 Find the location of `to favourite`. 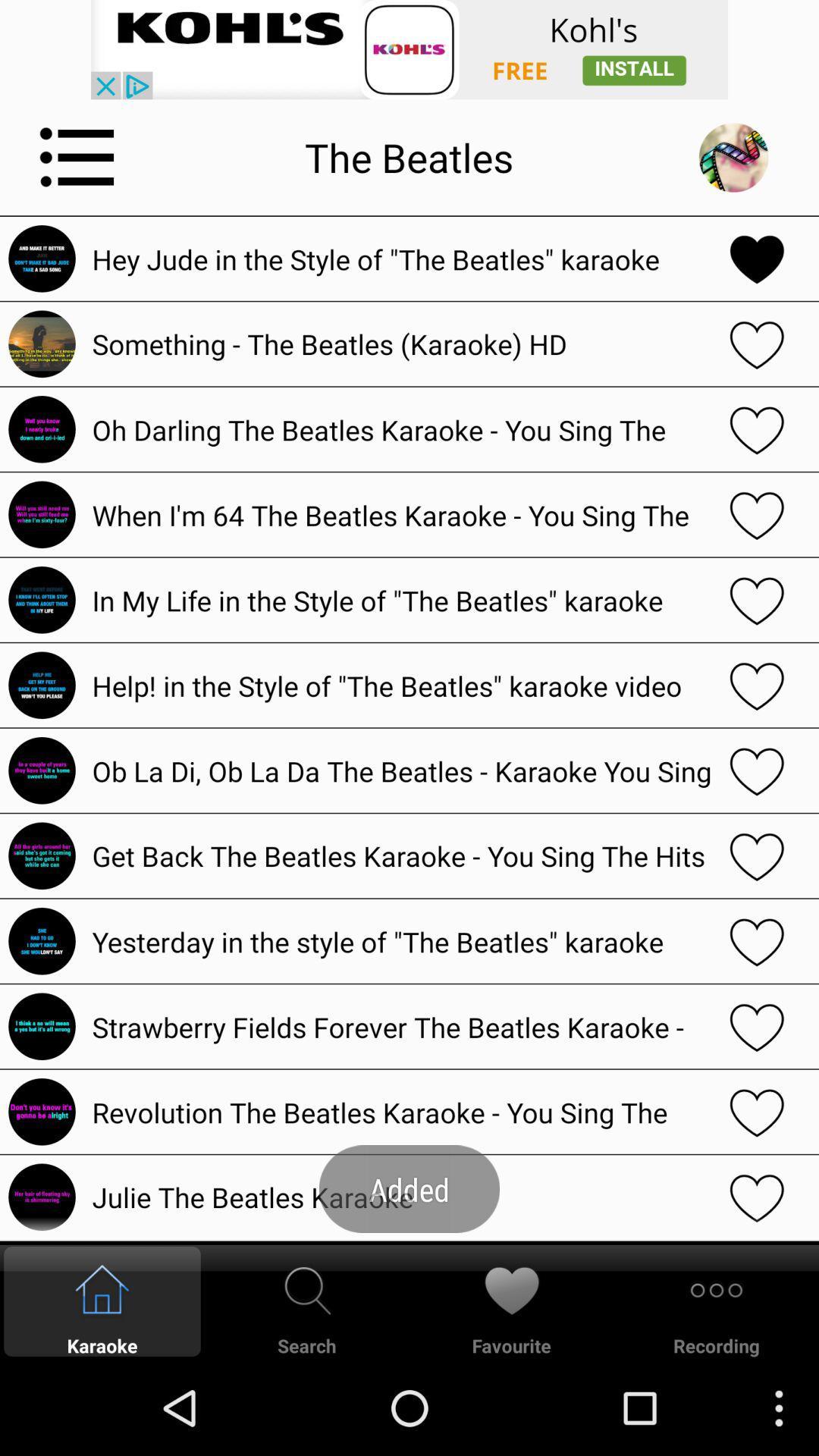

to favourite is located at coordinates (757, 259).